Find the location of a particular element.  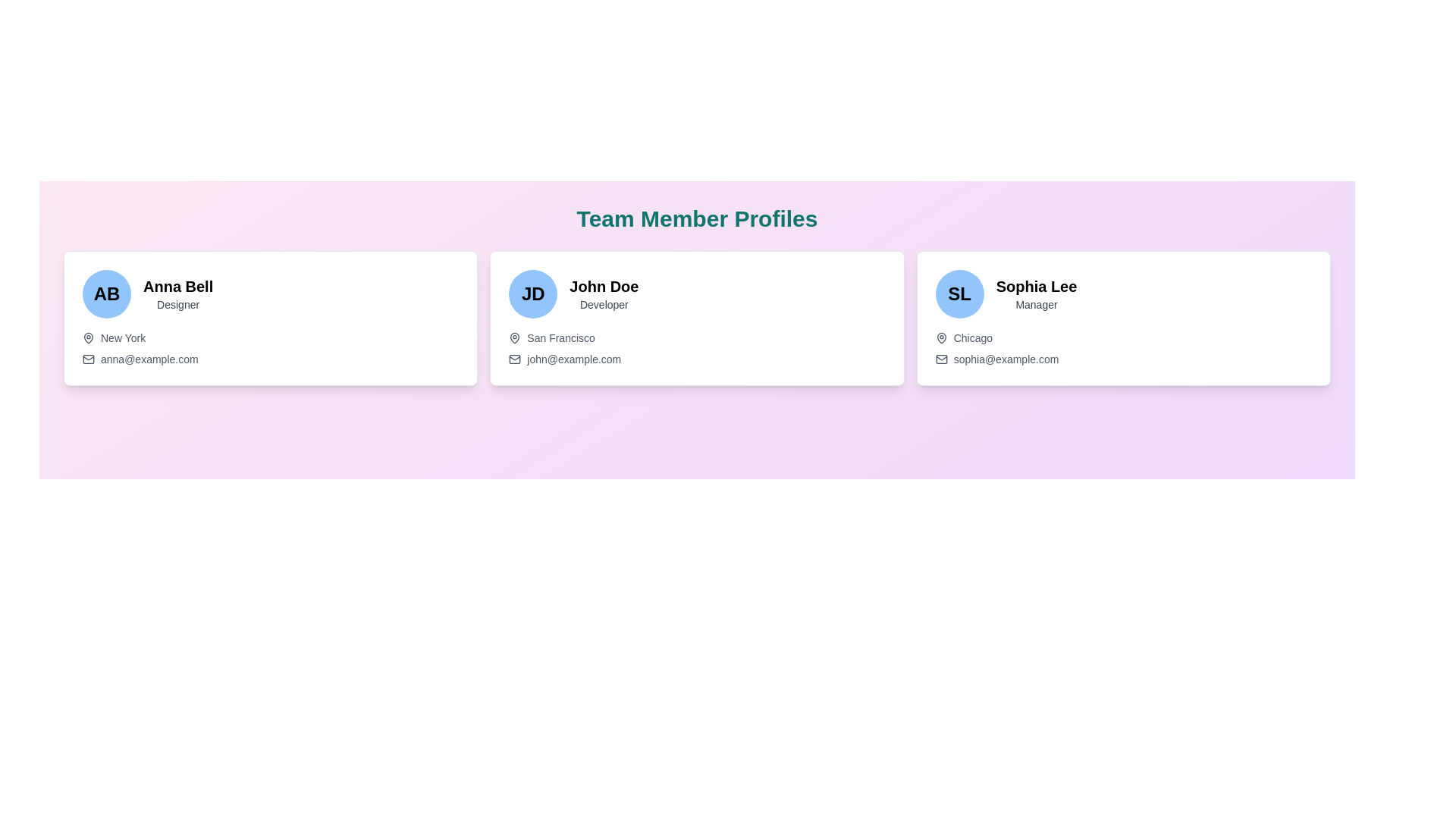

text content of the text label displaying 'Sophia Lee' which is styled in a larger font size and bold weight, located in the upper-left section of the card interface is located at coordinates (1036, 287).